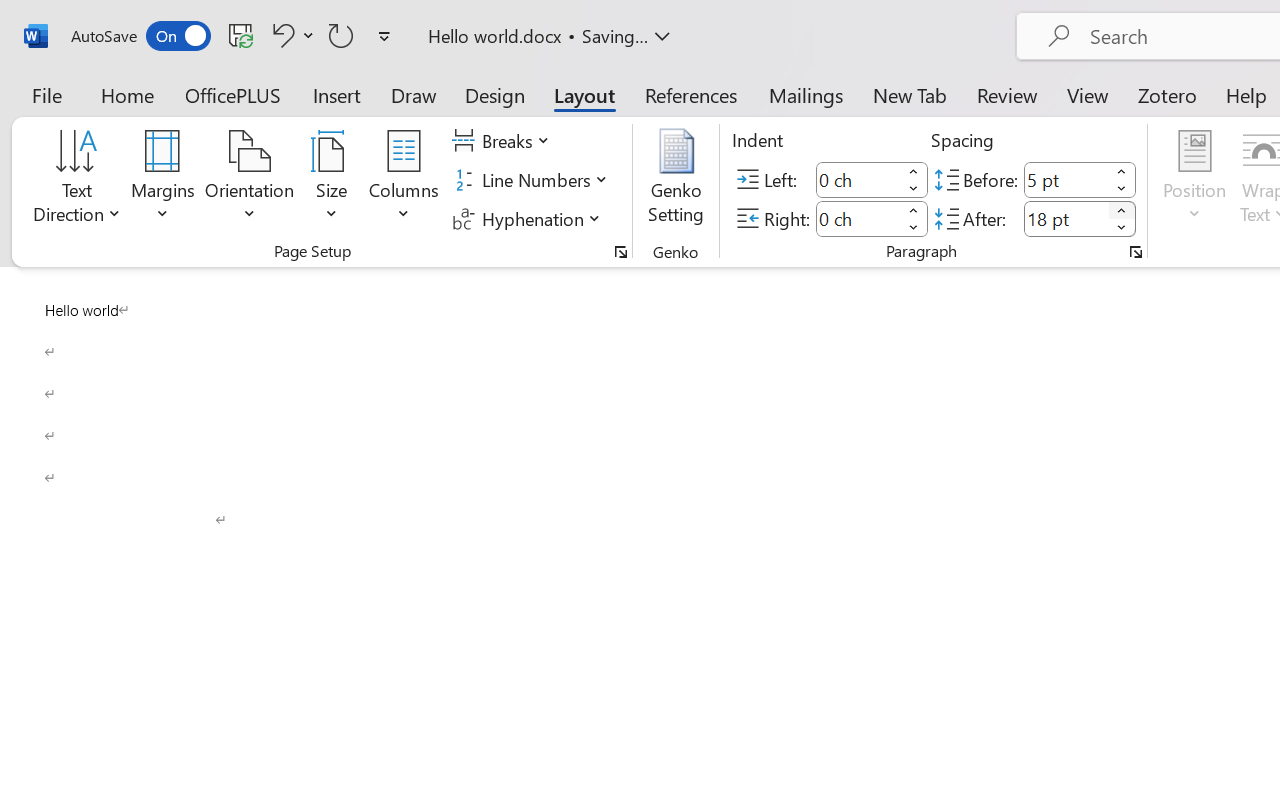 The height and width of the screenshot is (800, 1280). Describe the element at coordinates (240, 34) in the screenshot. I see `'Save'` at that location.